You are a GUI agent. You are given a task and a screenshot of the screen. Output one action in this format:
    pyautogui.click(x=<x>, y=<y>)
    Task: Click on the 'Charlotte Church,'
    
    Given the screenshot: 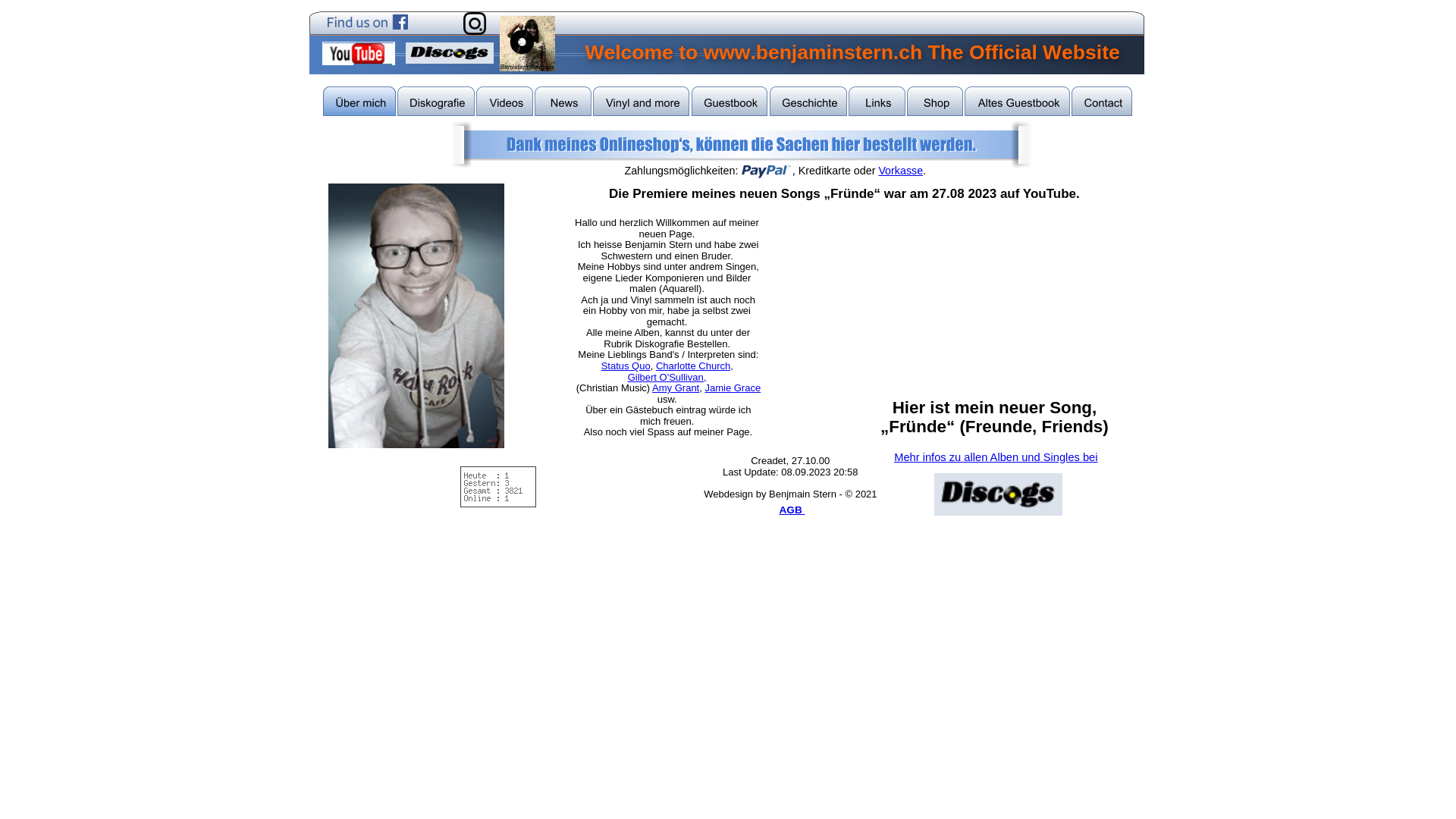 What is the action you would take?
    pyautogui.click(x=694, y=366)
    